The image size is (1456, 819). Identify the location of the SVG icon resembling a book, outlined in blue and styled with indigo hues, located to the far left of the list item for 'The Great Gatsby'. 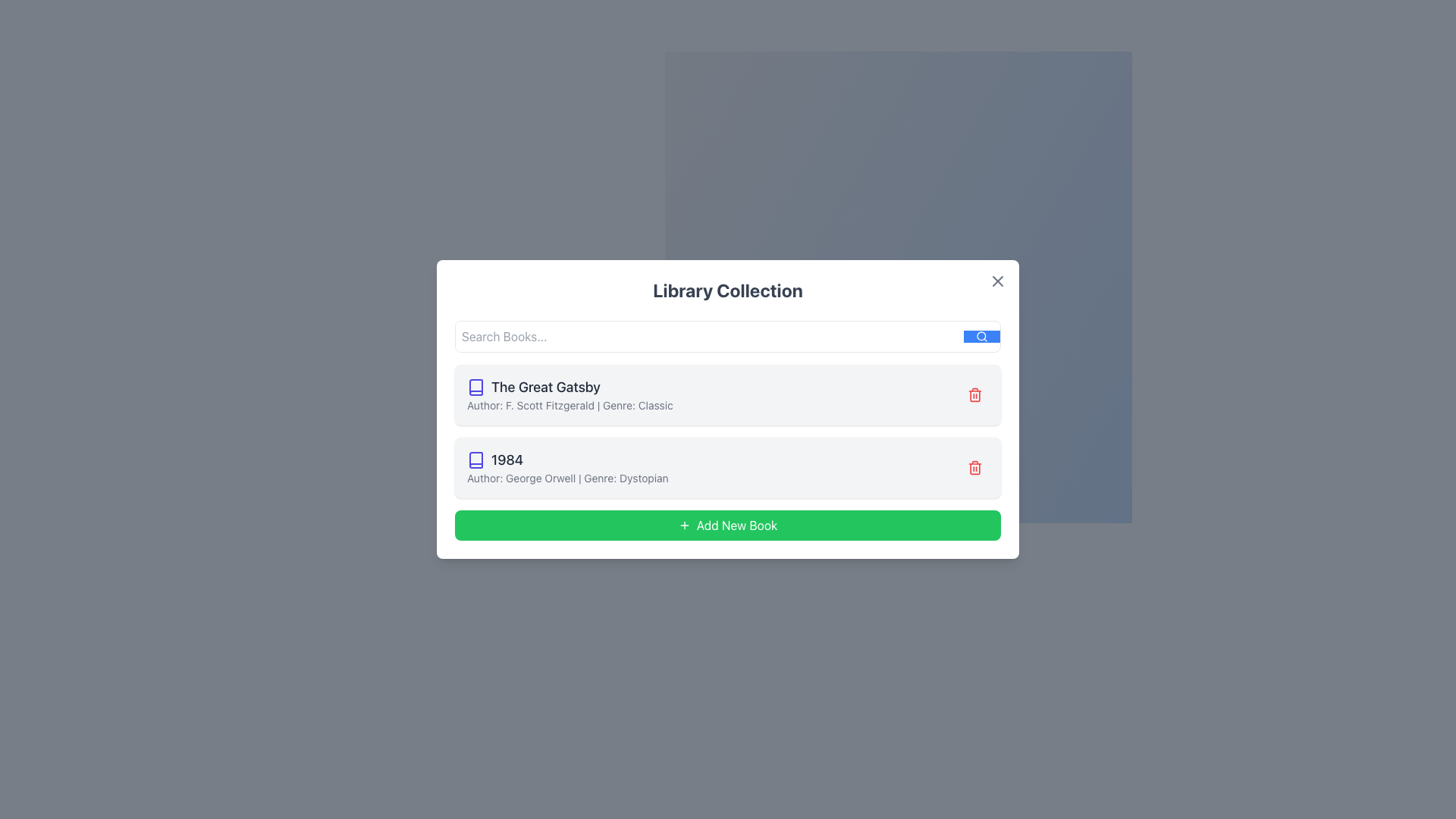
(475, 386).